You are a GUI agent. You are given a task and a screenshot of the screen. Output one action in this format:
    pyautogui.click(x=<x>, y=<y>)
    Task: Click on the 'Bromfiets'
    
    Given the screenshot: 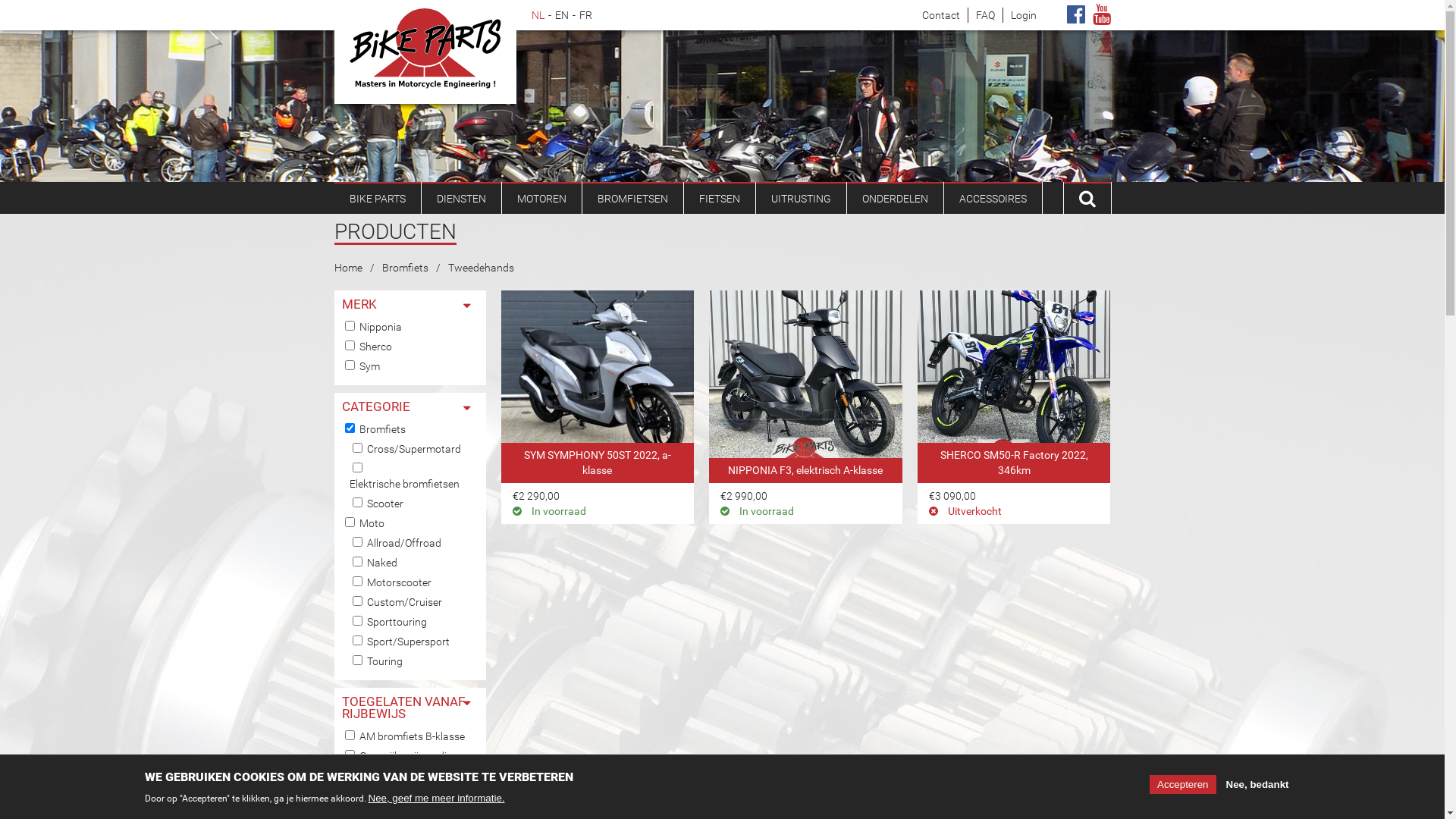 What is the action you would take?
    pyautogui.click(x=405, y=267)
    